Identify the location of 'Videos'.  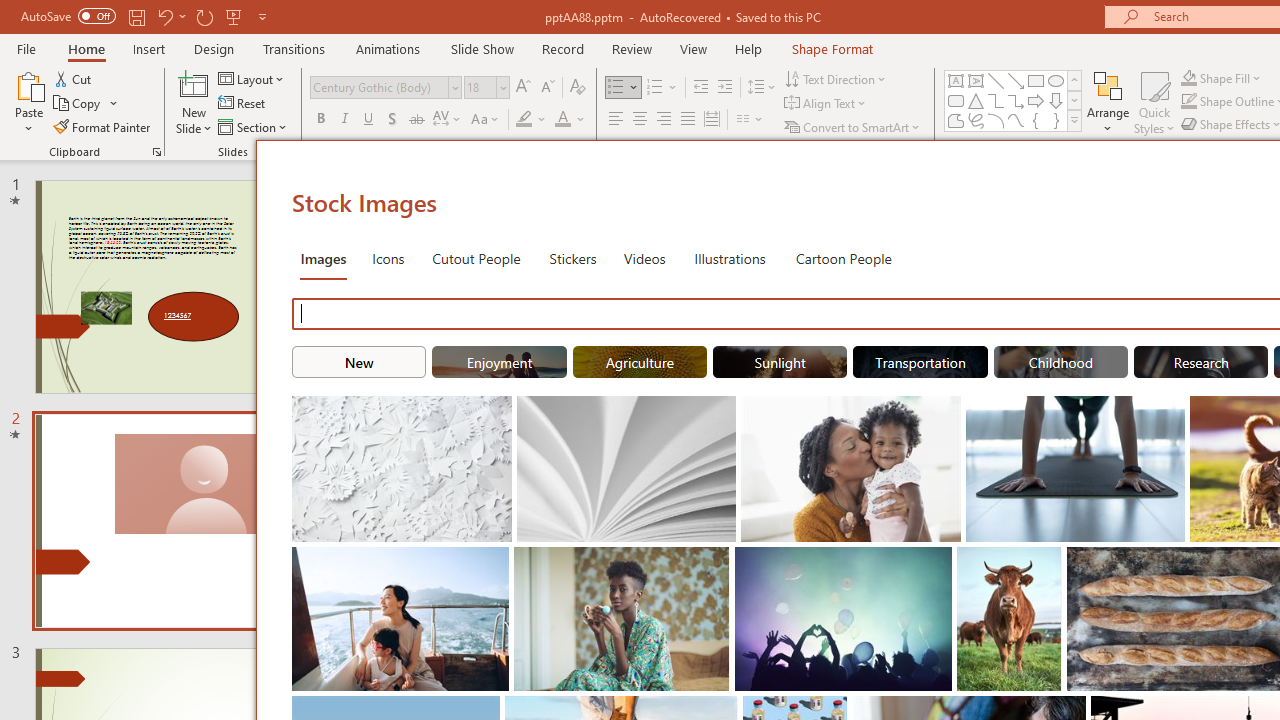
(644, 257).